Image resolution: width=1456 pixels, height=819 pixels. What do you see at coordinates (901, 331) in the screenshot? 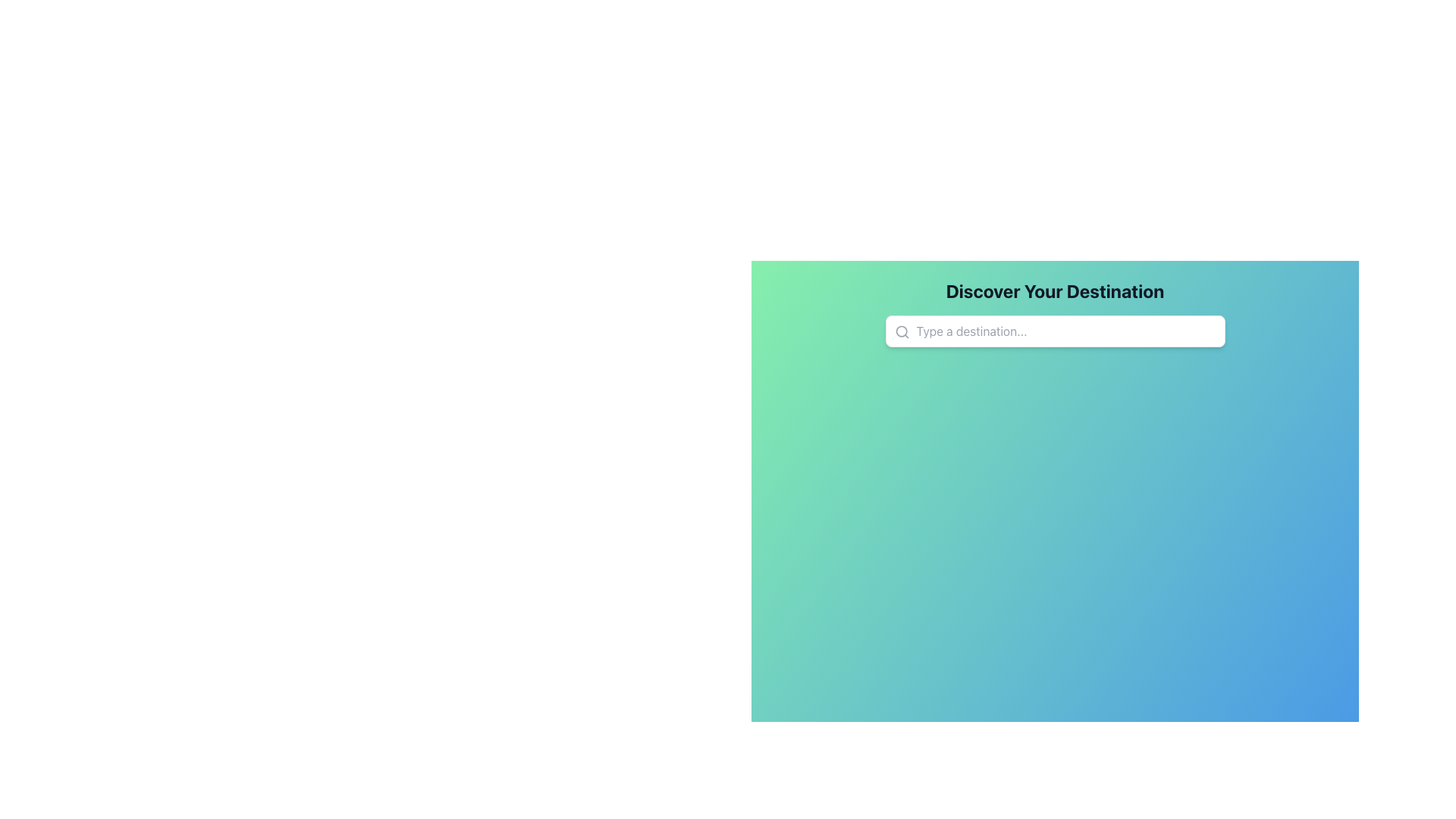
I see `the SVG Circle Element located at the center of the magnifying glass icon, which is to the left of the search input field` at bounding box center [901, 331].